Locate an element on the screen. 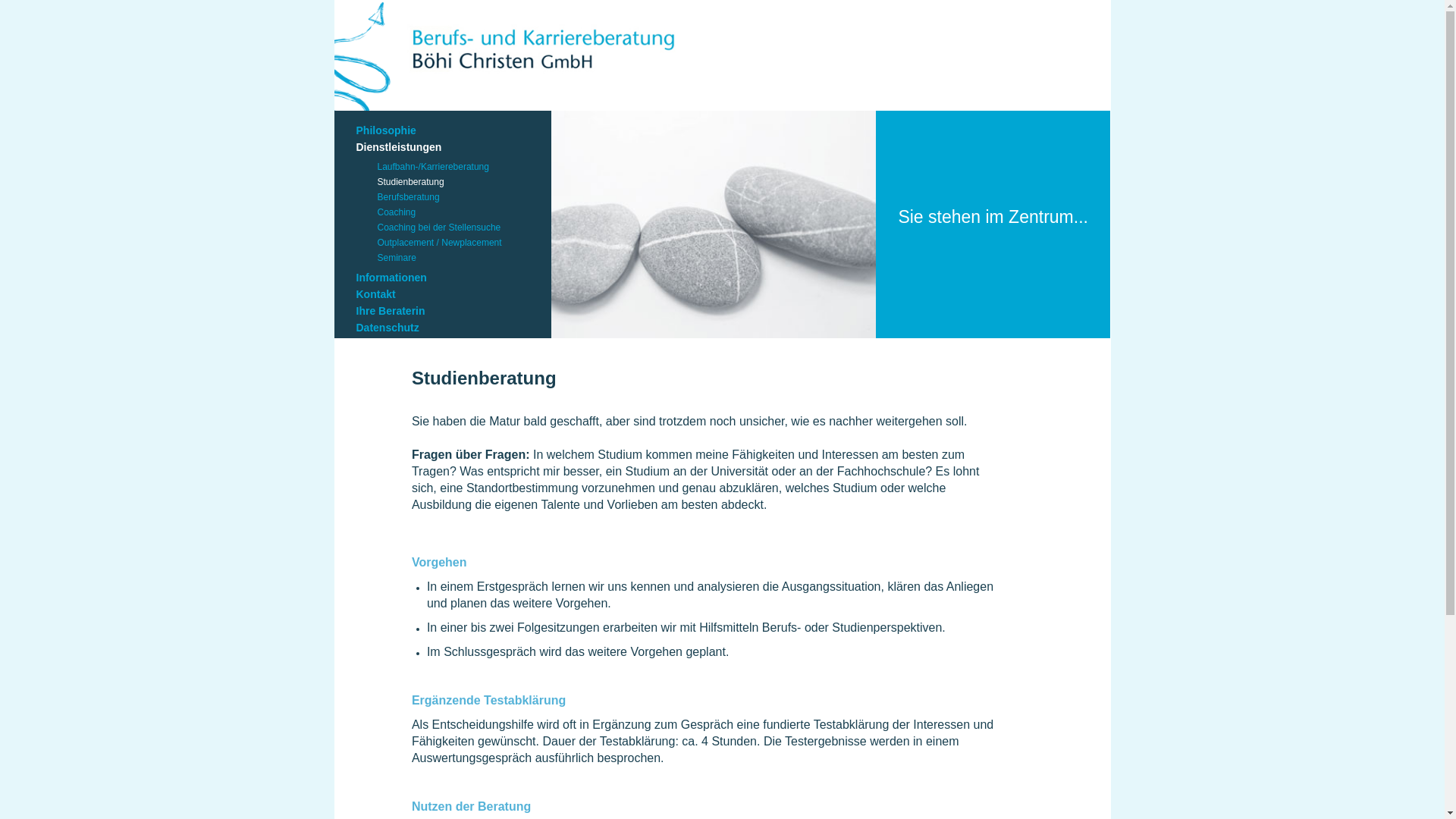 The image size is (1456, 819). 'Dienstleistungen' is located at coordinates (348, 146).